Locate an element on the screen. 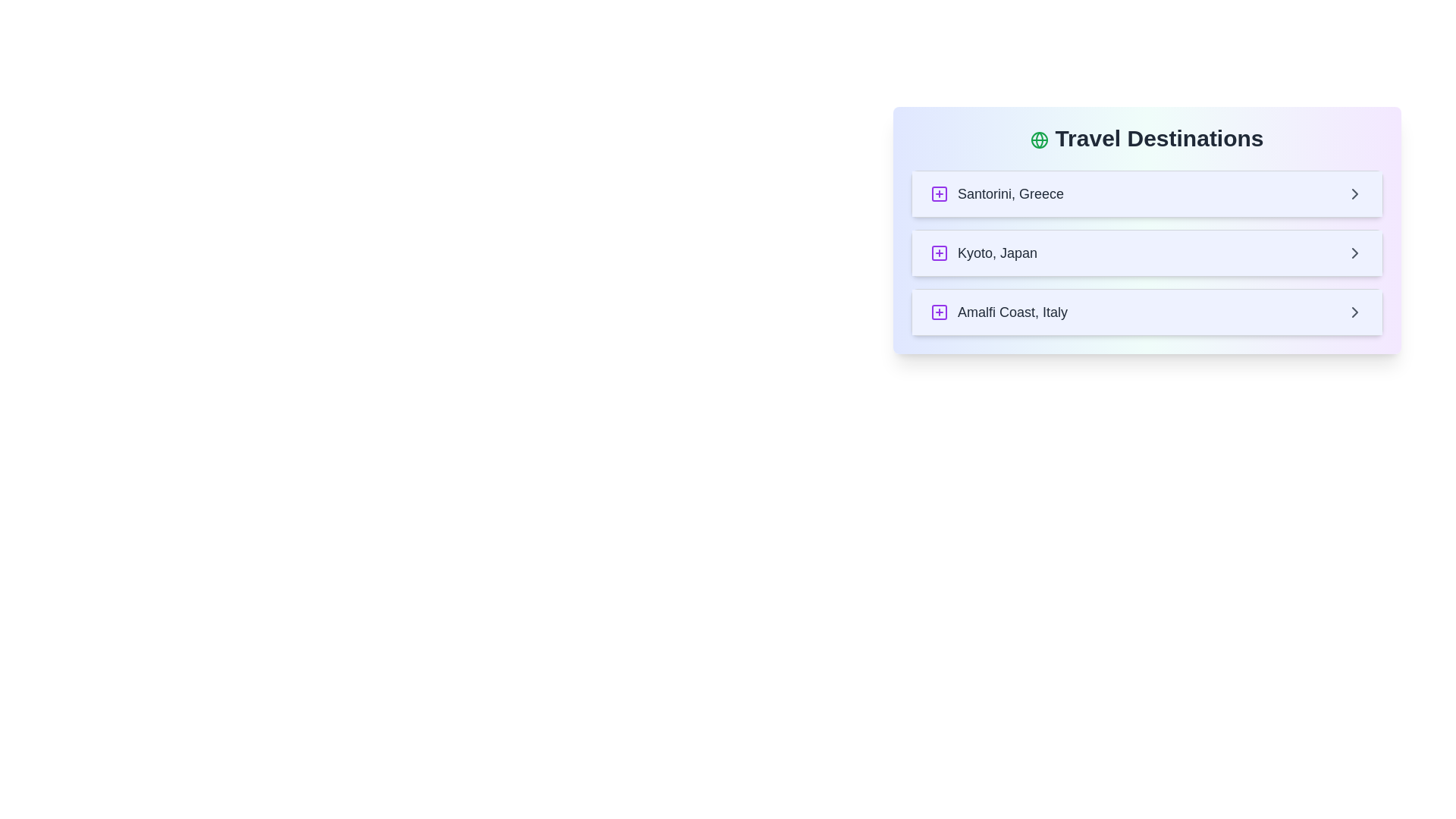 The height and width of the screenshot is (819, 1456). the text label displaying 'Amalfi Coast, Italy', which is located to the right of a purple square-plus icon in the bottom row of a vertical list of travel destinations is located at coordinates (999, 312).